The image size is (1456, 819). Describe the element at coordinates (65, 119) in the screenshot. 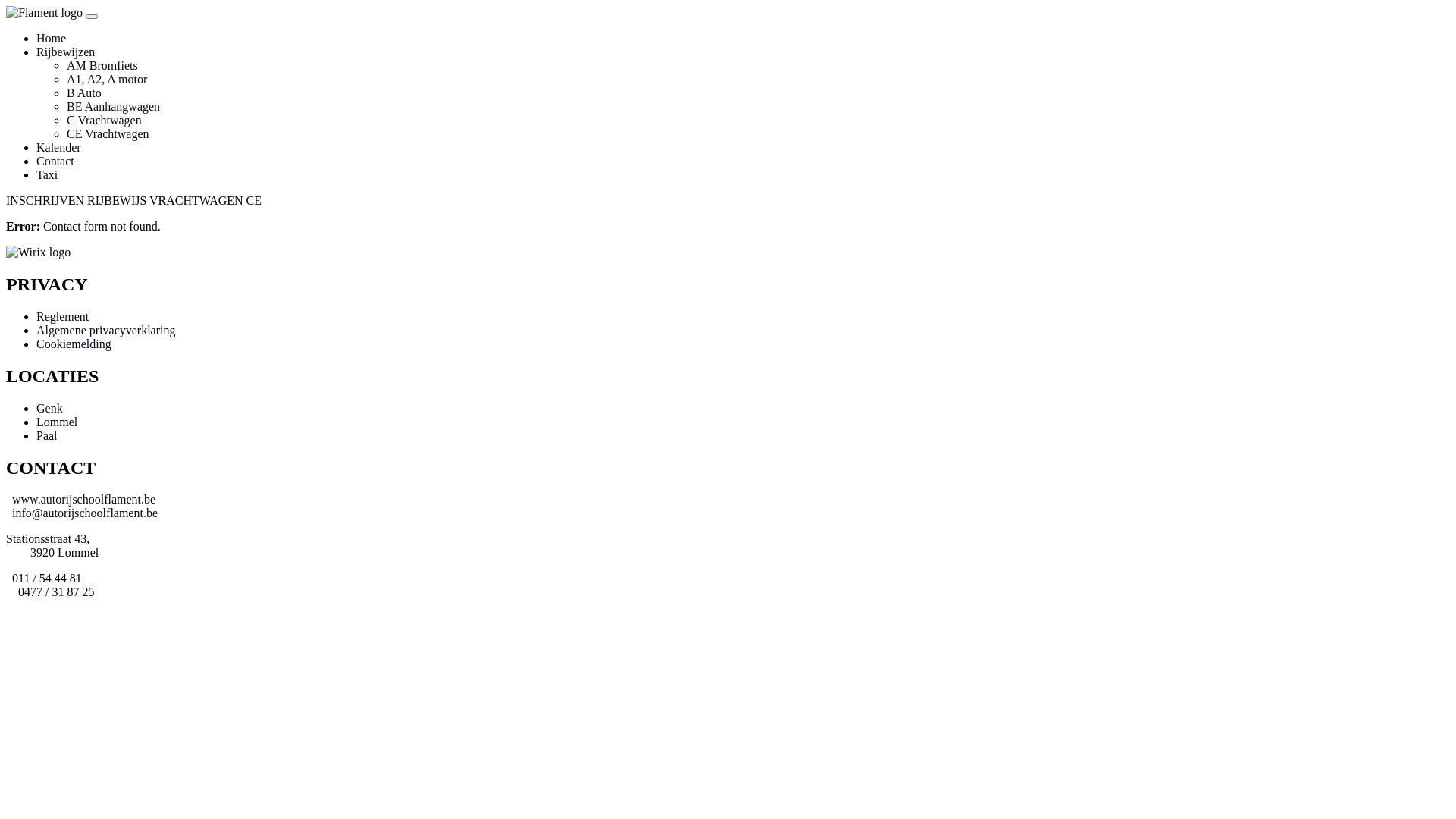

I see `'C Vrachtwagen'` at that location.